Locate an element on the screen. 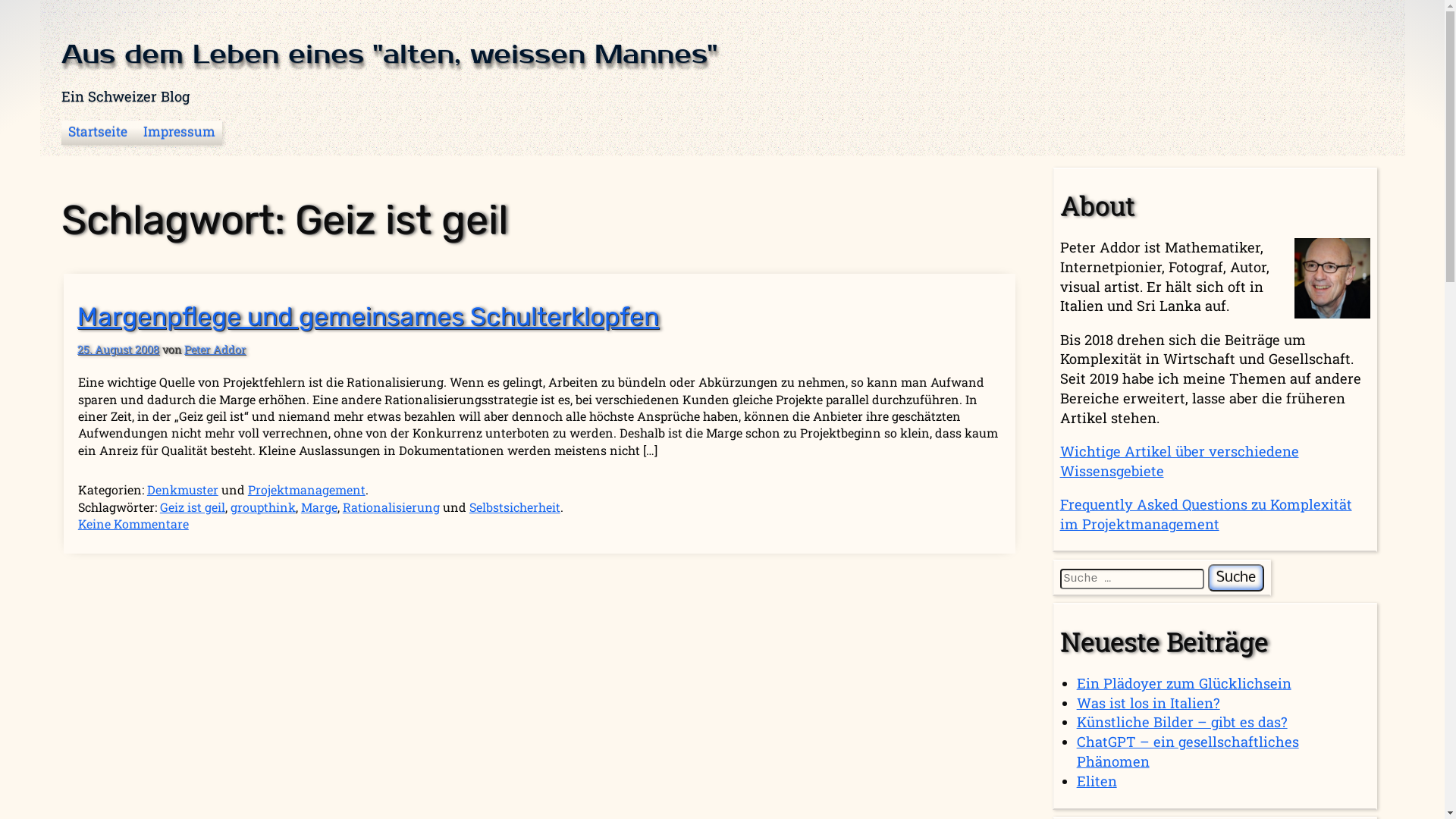 The height and width of the screenshot is (819, 1456). 'Was ist los in Italien?' is located at coordinates (1076, 702).